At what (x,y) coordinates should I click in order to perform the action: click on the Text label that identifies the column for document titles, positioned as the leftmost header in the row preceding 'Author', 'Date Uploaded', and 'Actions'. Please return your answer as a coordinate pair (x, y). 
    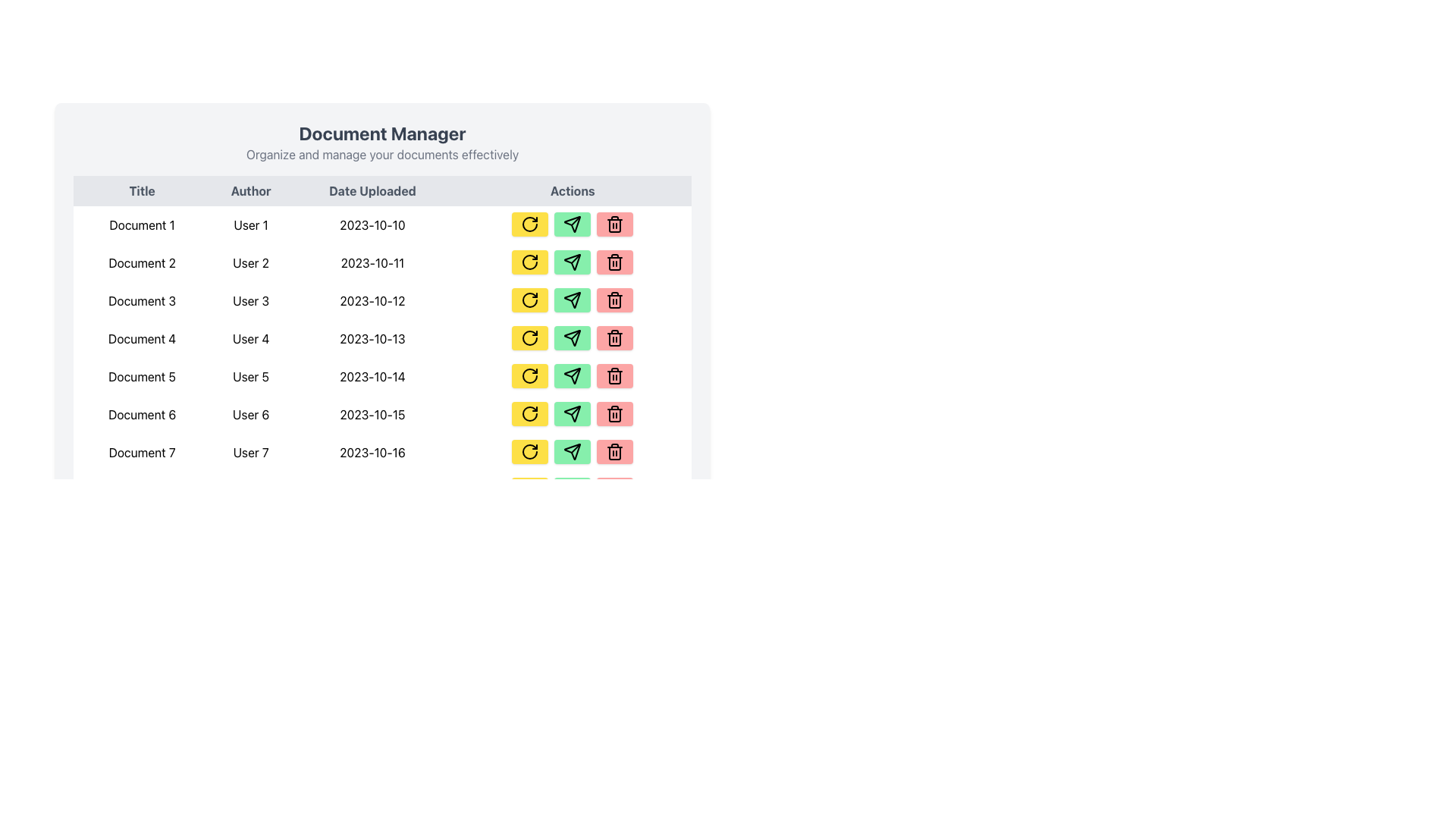
    Looking at the image, I should click on (142, 190).